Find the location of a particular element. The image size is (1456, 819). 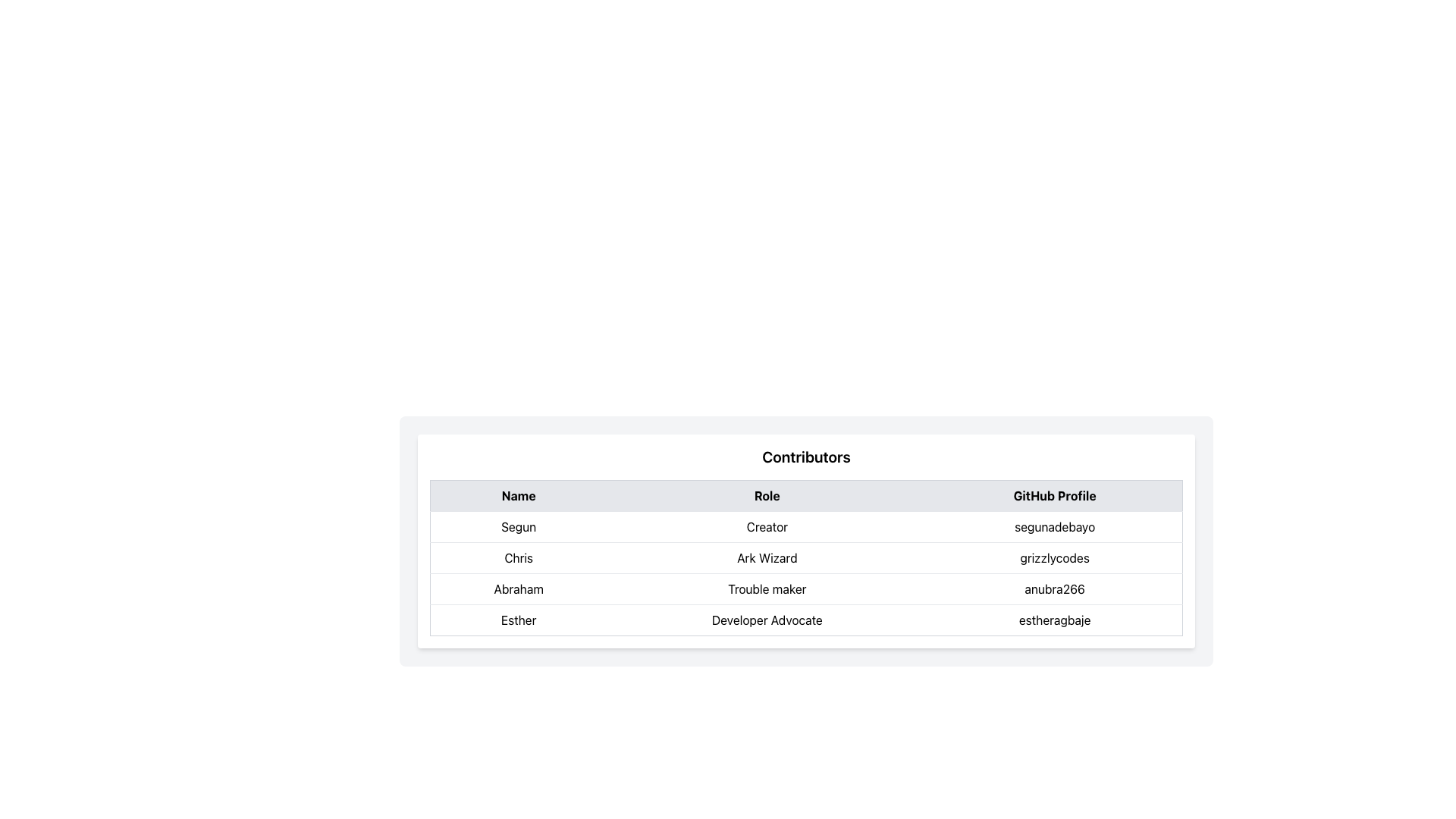

the static text label displaying the name of the contributor 'estheragbaje' in the fourth row of the table under the 'Name' column is located at coordinates (518, 620).